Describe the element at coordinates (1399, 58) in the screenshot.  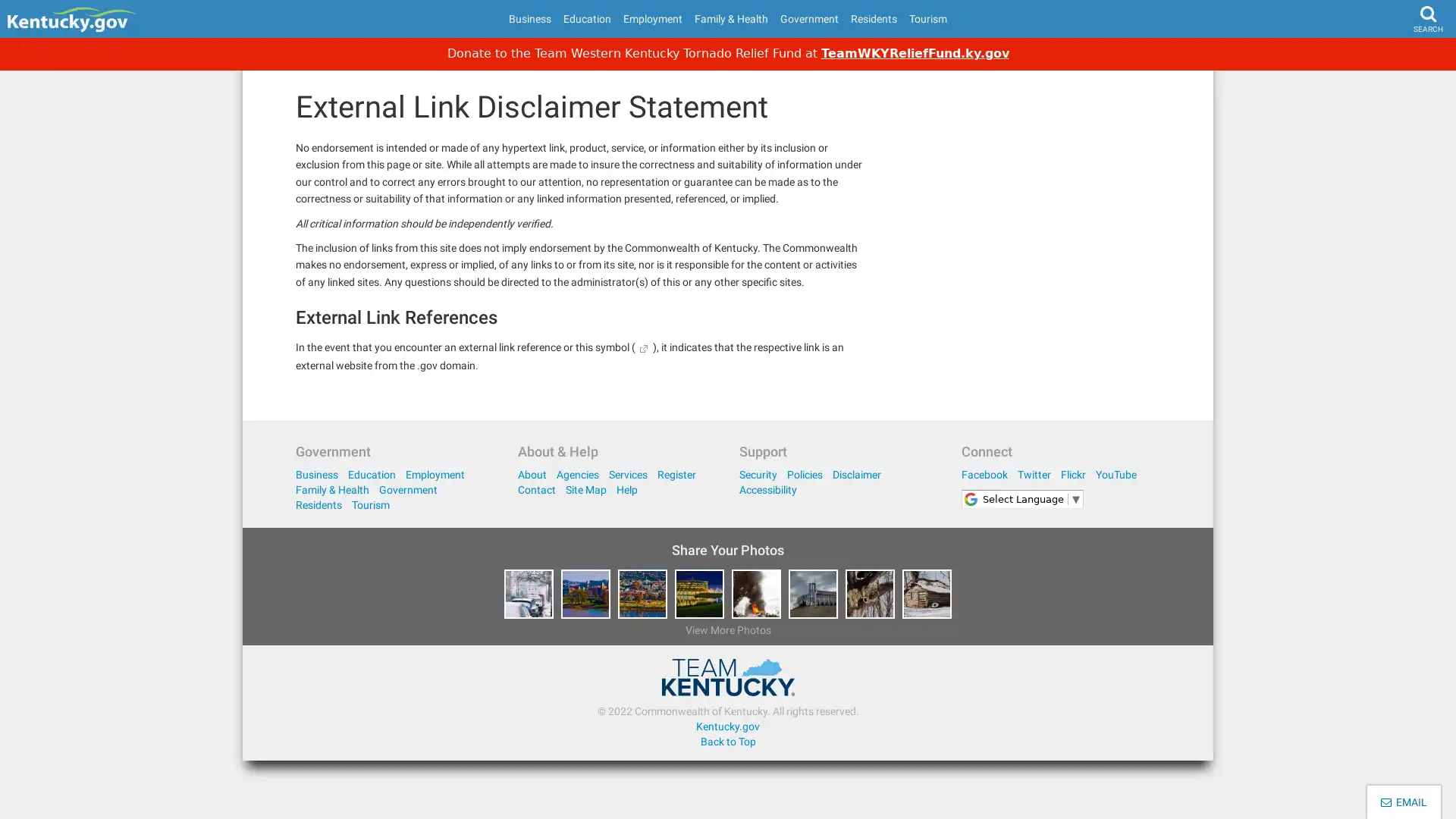
I see `Search` at that location.